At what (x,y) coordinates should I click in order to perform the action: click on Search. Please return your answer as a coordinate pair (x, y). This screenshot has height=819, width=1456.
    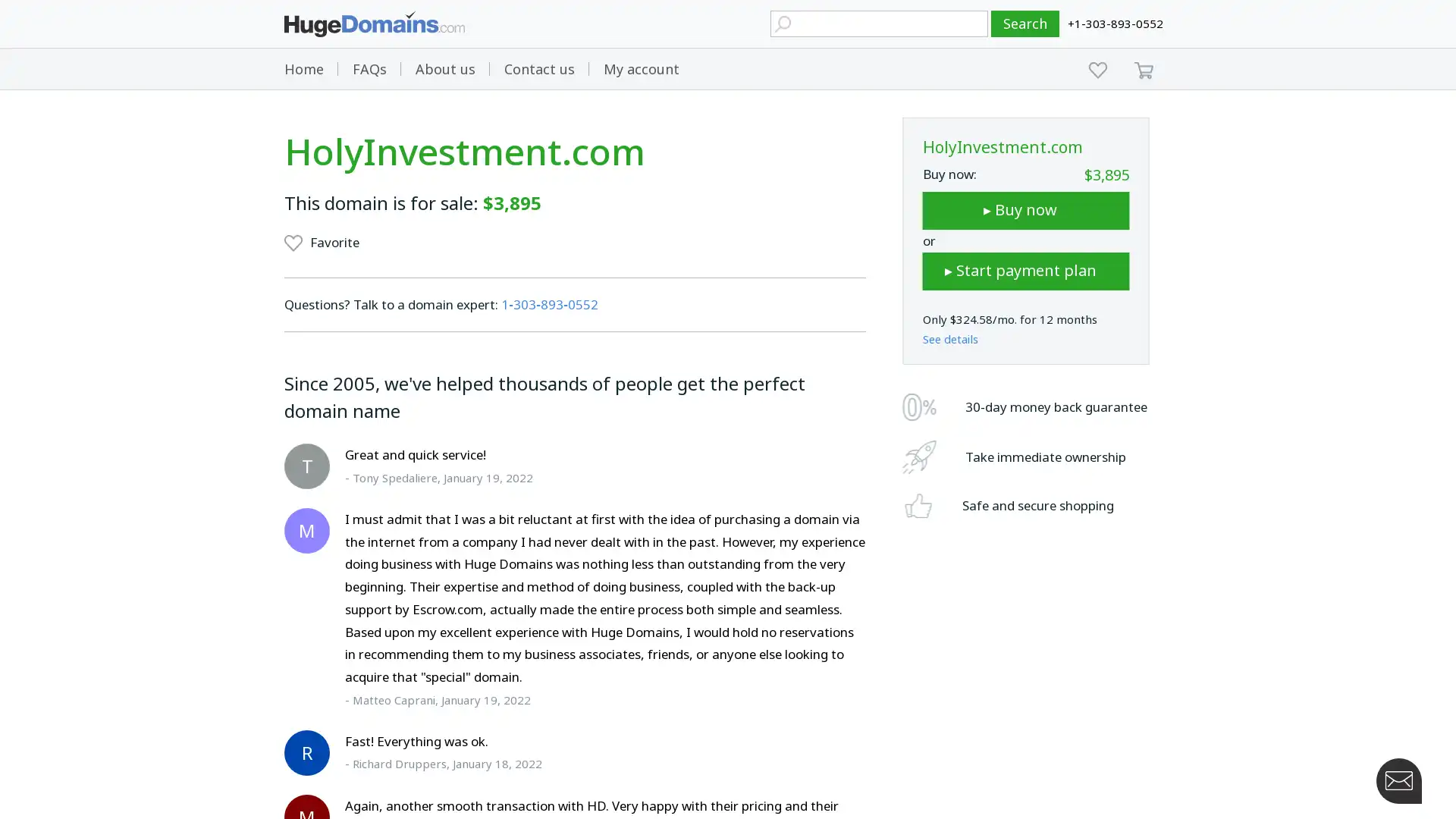
    Looking at the image, I should click on (1025, 24).